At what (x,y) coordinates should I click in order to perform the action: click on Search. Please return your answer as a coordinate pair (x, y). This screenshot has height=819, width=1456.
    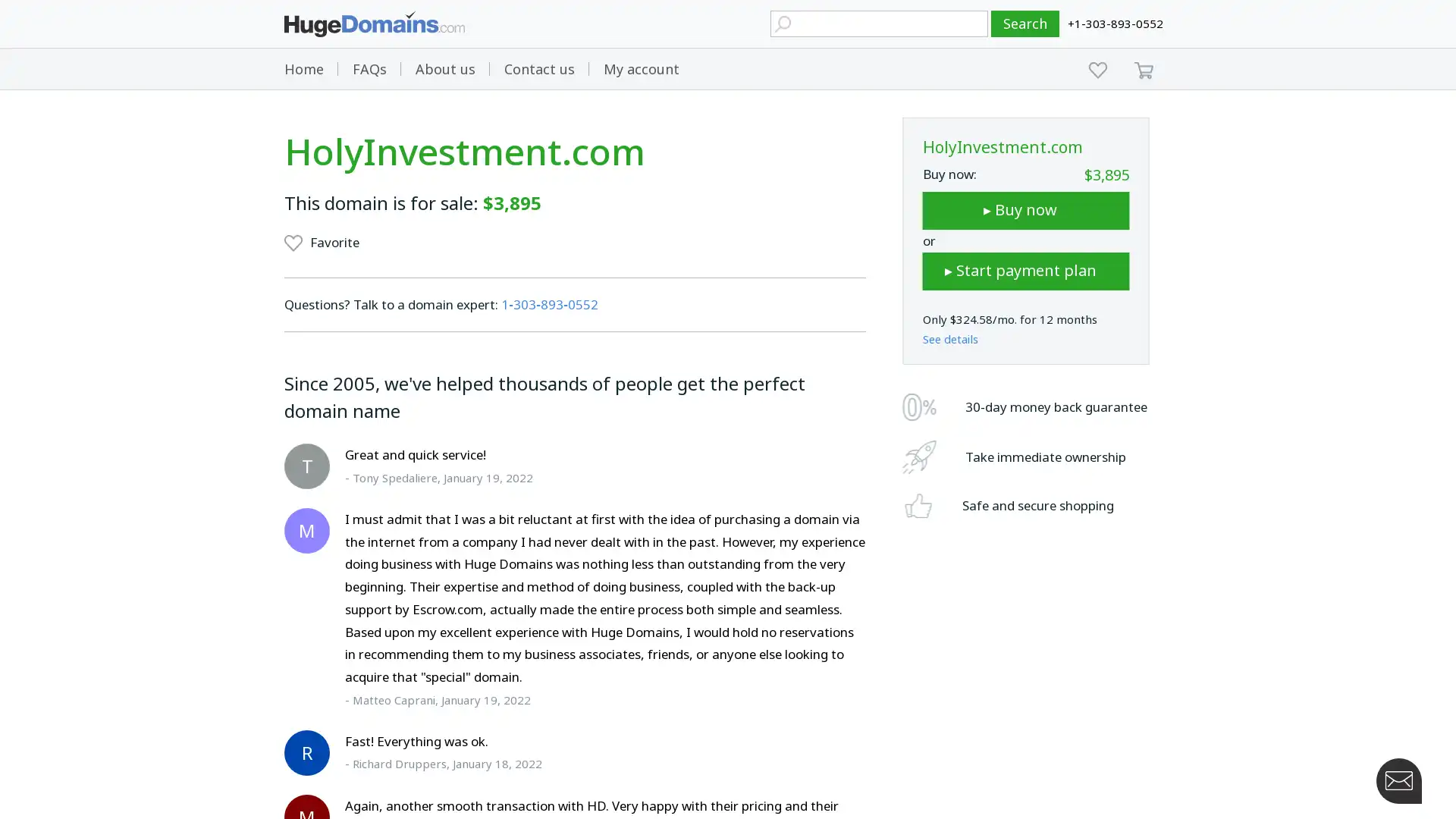
    Looking at the image, I should click on (1025, 24).